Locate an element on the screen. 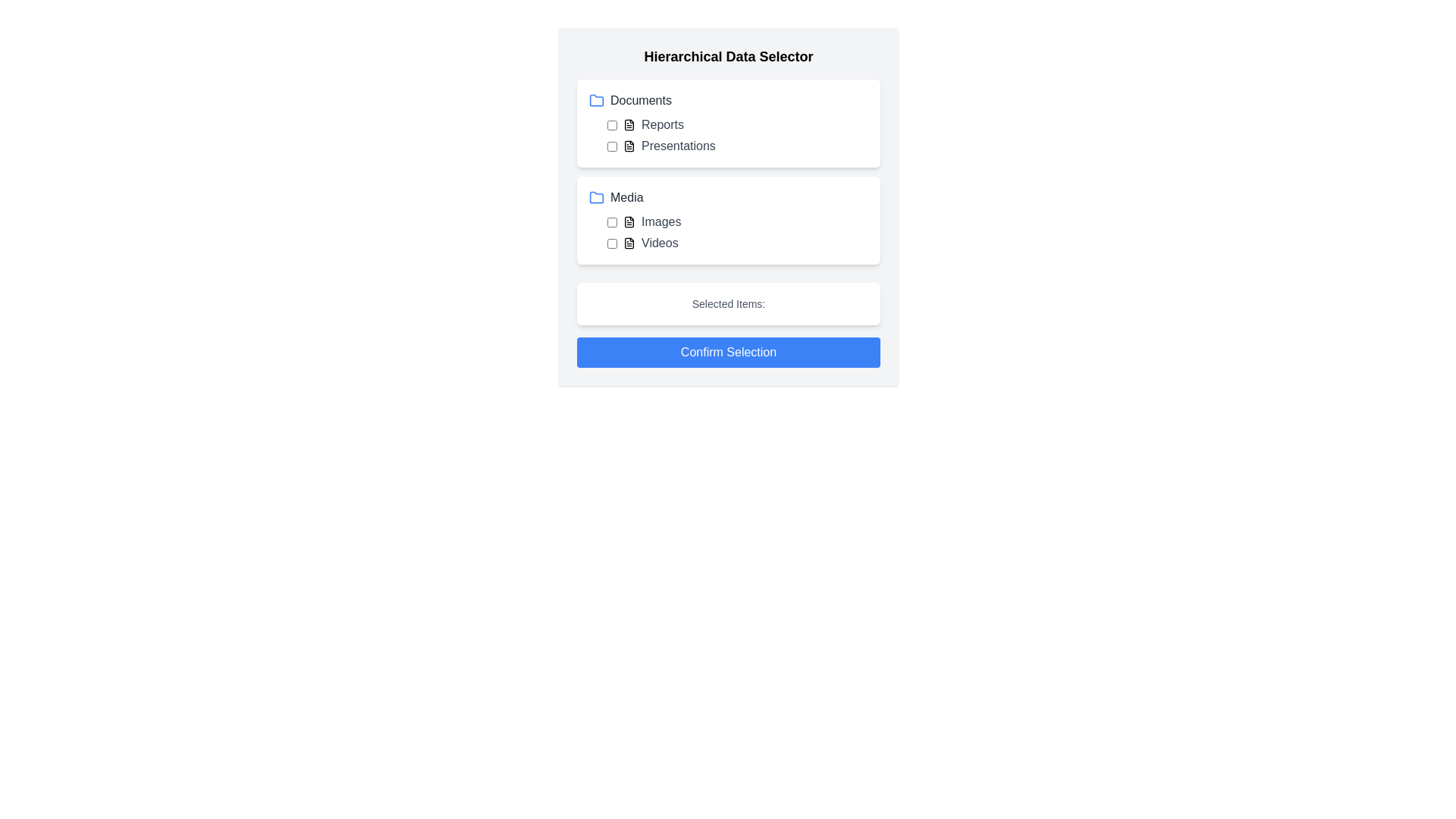  the document icon located to the left of the 'Reports' text in the hierarchical selector is located at coordinates (629, 124).